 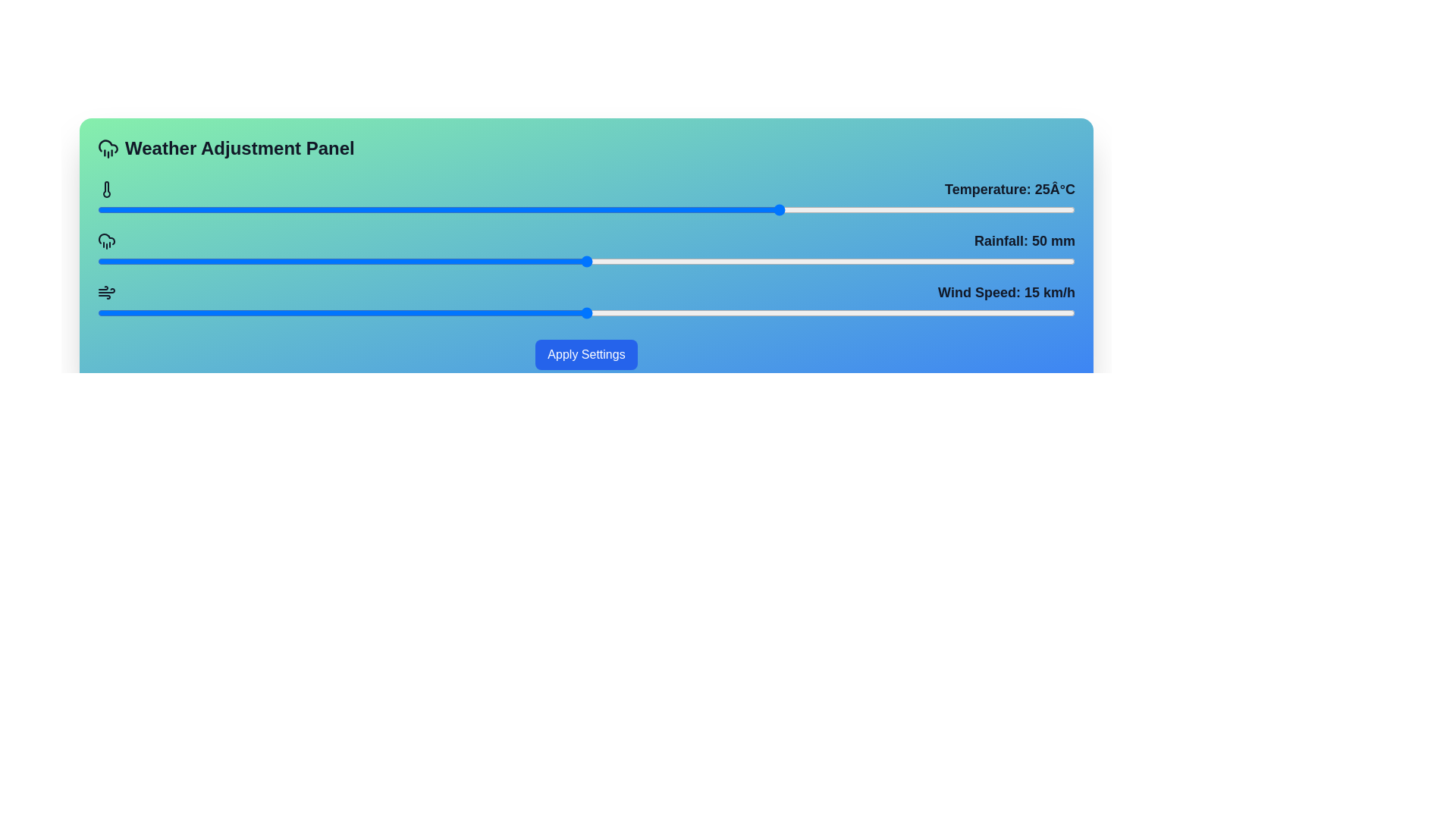 What do you see at coordinates (585, 210) in the screenshot?
I see `the horizontal slider component for keyboard accessibility` at bounding box center [585, 210].